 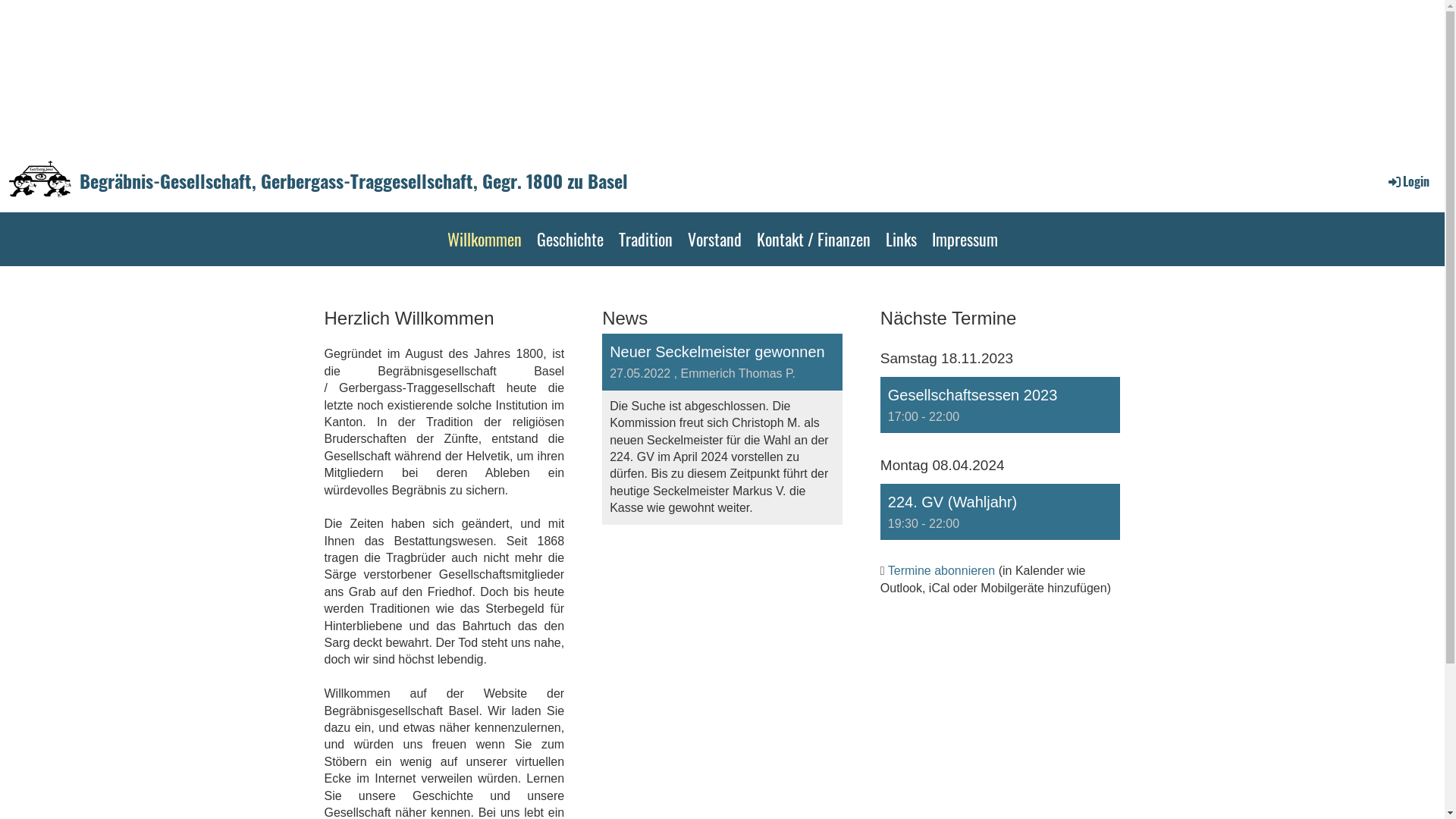 What do you see at coordinates (570, 239) in the screenshot?
I see `'Geschichte'` at bounding box center [570, 239].